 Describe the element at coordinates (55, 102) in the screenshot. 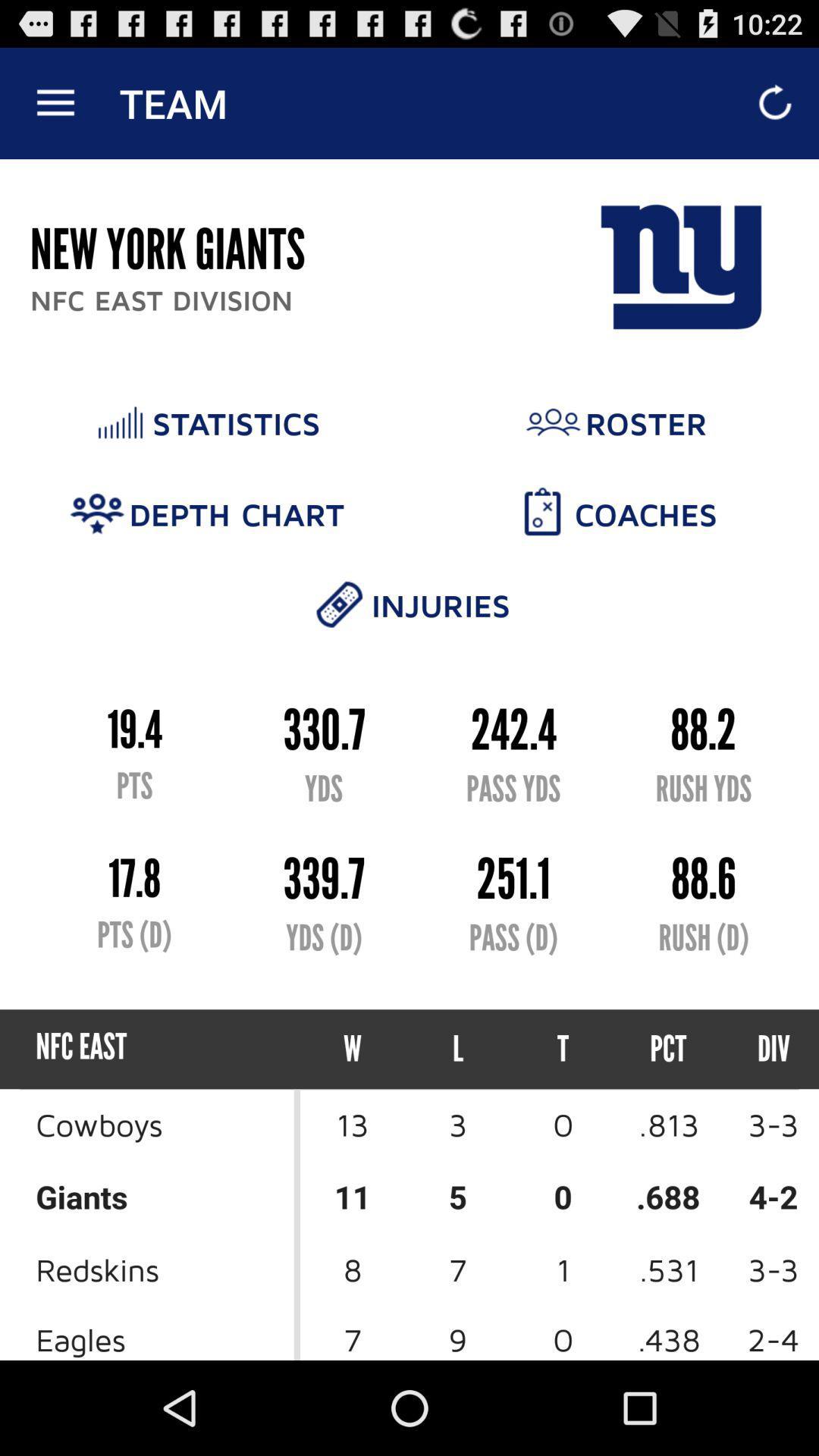

I see `app to the left of the team` at that location.